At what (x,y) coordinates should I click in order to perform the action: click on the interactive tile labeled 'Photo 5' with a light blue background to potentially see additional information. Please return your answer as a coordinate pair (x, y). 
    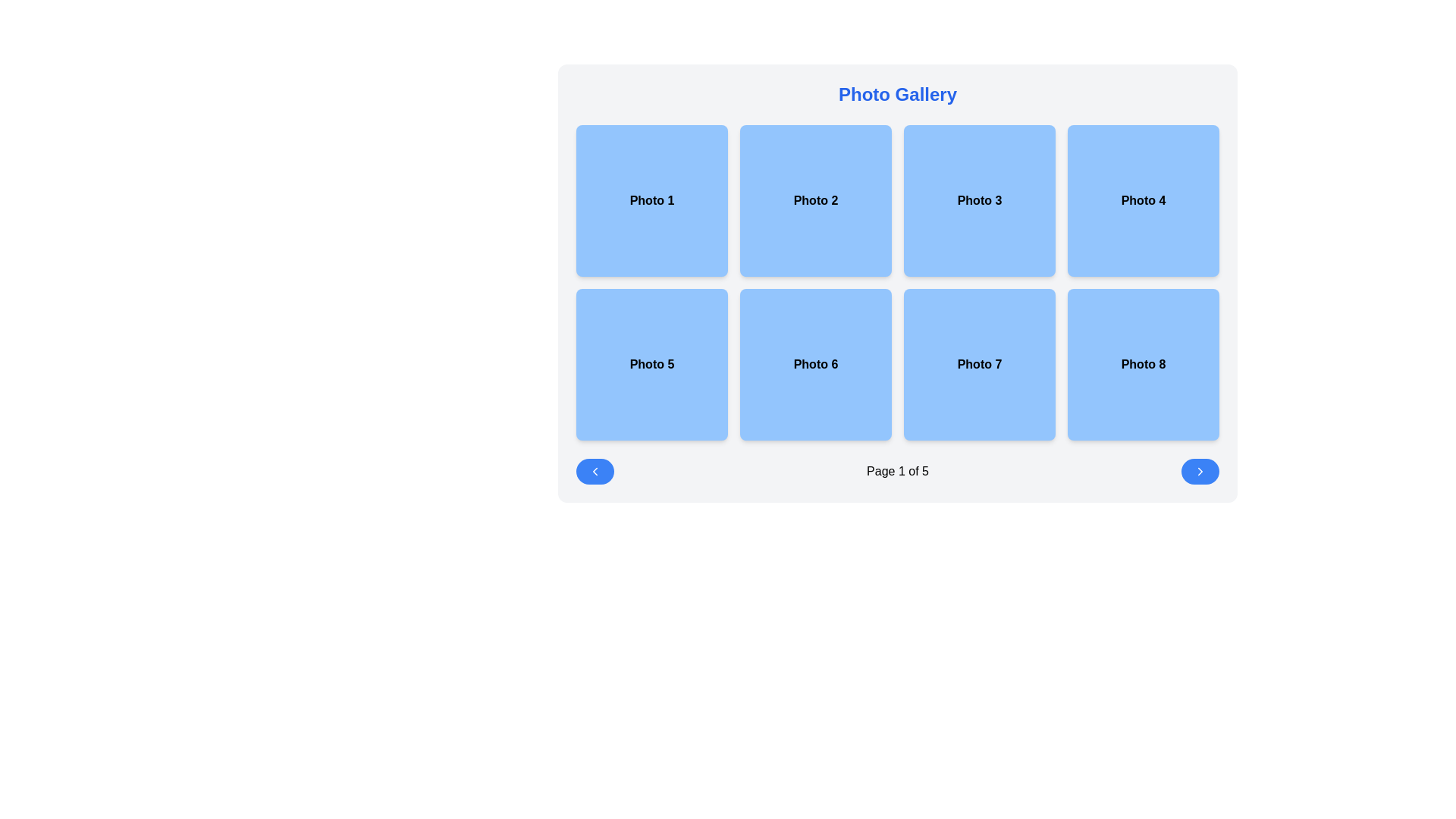
    Looking at the image, I should click on (651, 365).